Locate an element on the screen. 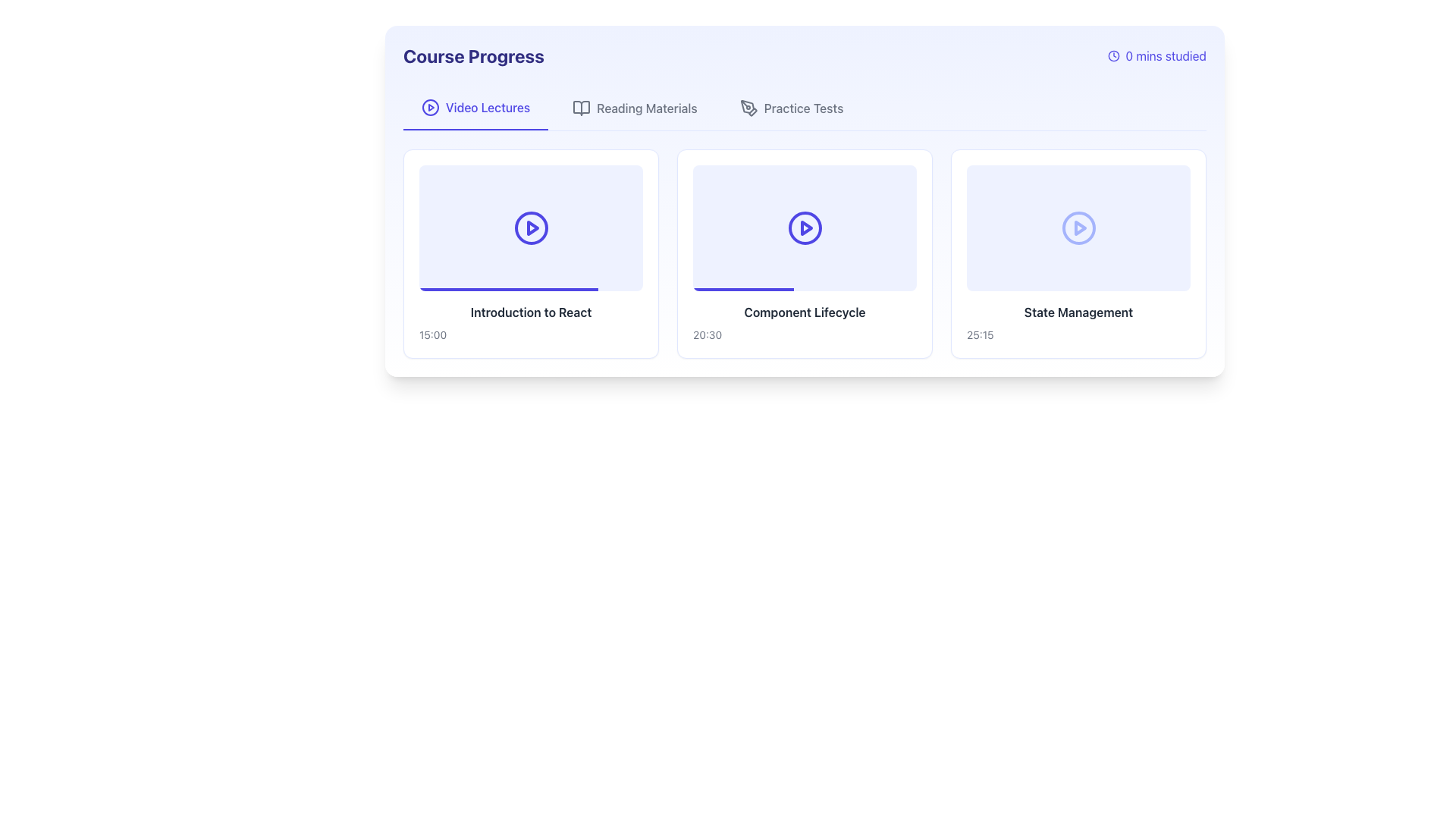 Image resolution: width=1456 pixels, height=819 pixels. the navigation tab located beneath the 'Course Progress' title is located at coordinates (804, 108).